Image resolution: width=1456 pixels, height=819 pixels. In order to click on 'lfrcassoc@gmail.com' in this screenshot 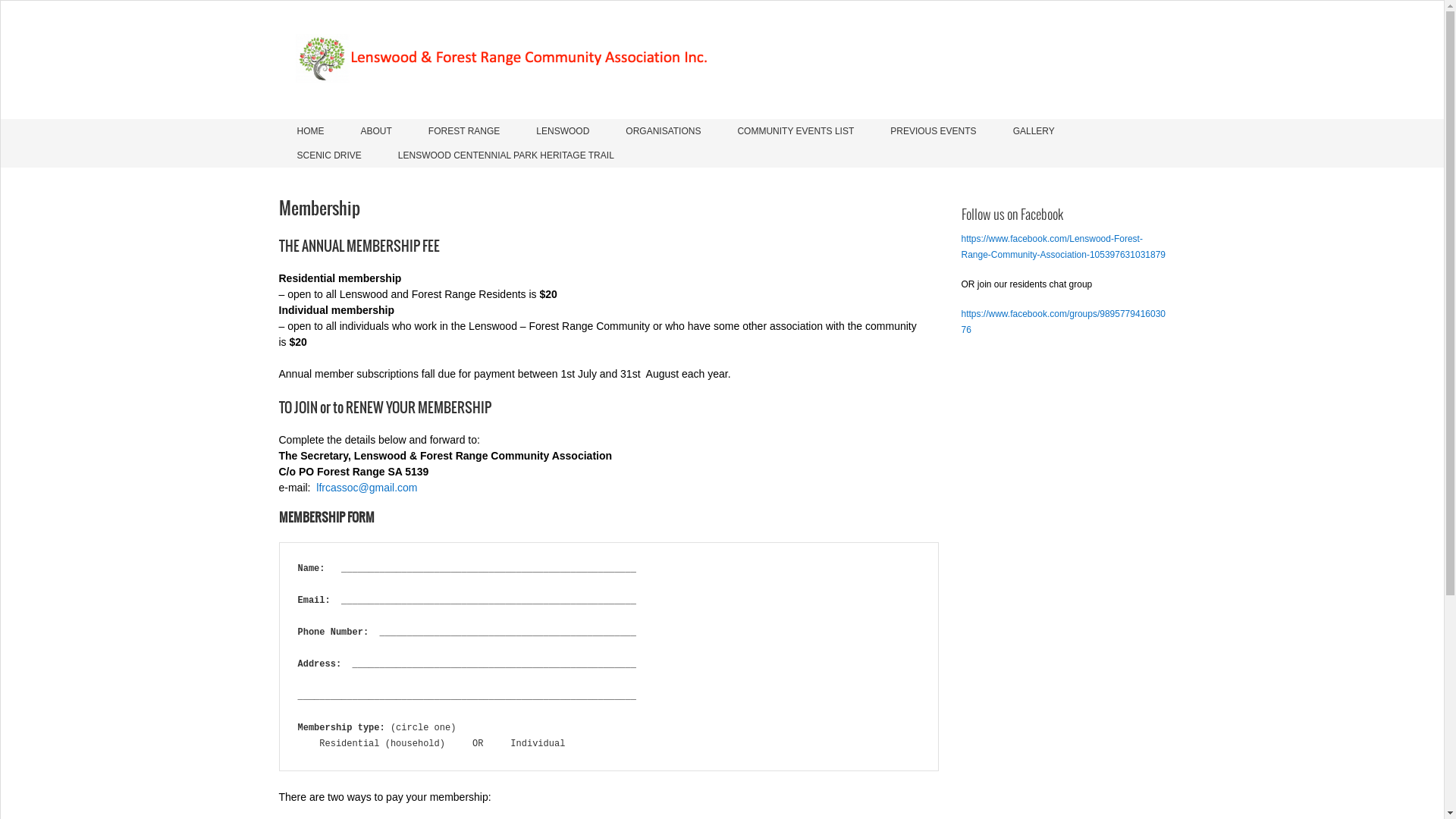, I will do `click(366, 488)`.